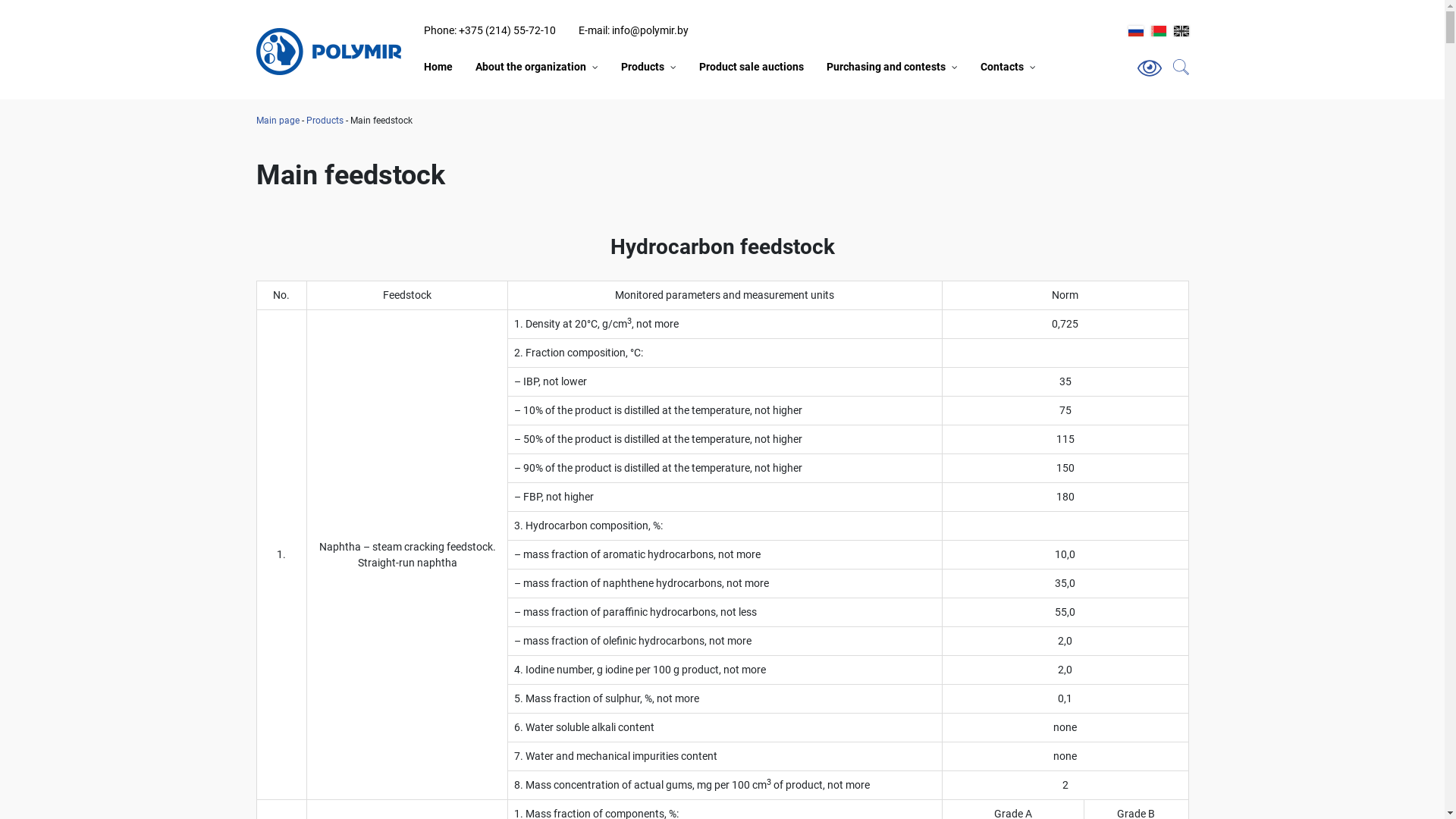 Image resolution: width=1456 pixels, height=819 pixels. What do you see at coordinates (527, 88) in the screenshot?
I see `'General information'` at bounding box center [527, 88].